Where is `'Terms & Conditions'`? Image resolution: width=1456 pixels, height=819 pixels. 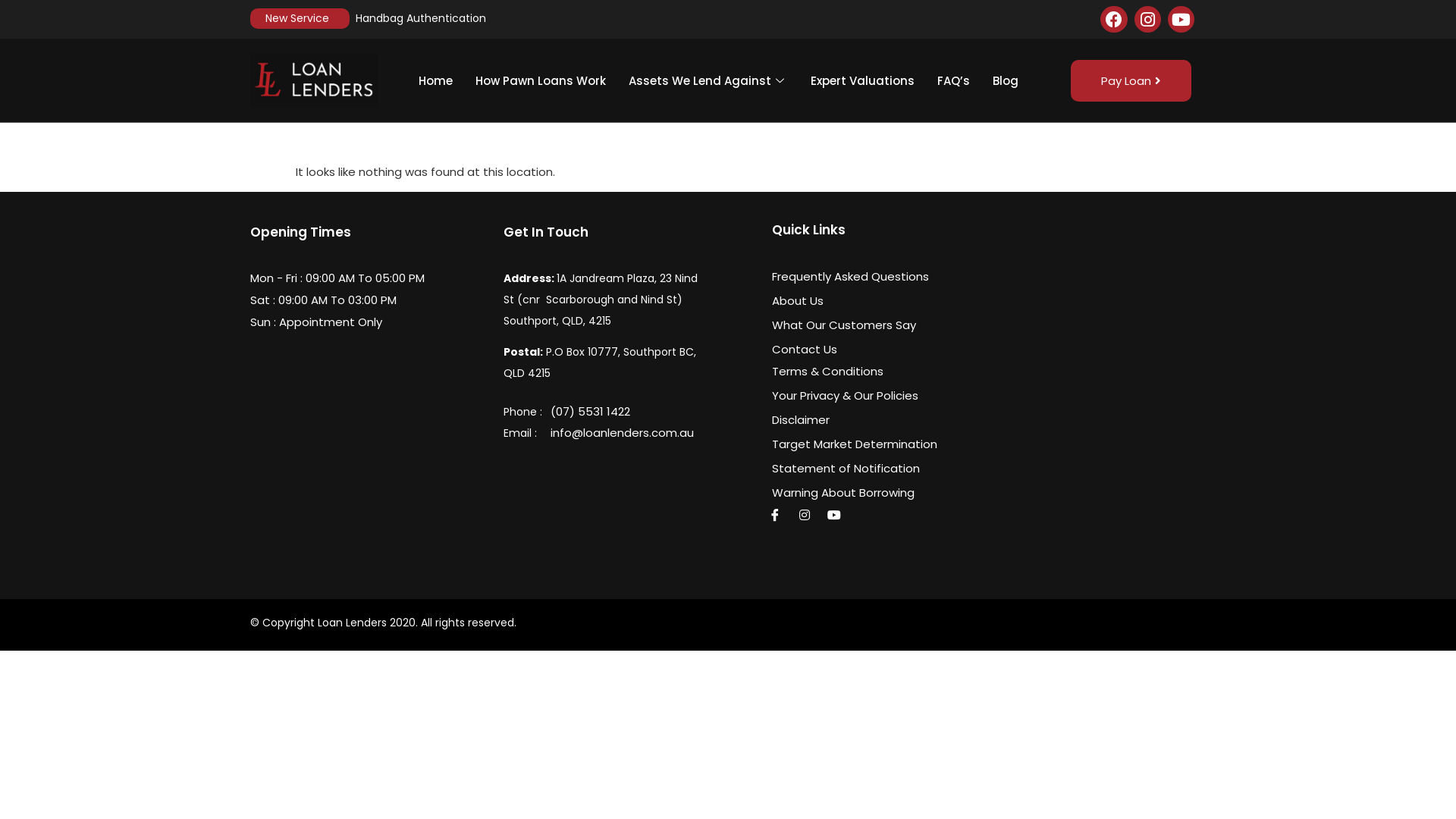
'Terms & Conditions' is located at coordinates (865, 371).